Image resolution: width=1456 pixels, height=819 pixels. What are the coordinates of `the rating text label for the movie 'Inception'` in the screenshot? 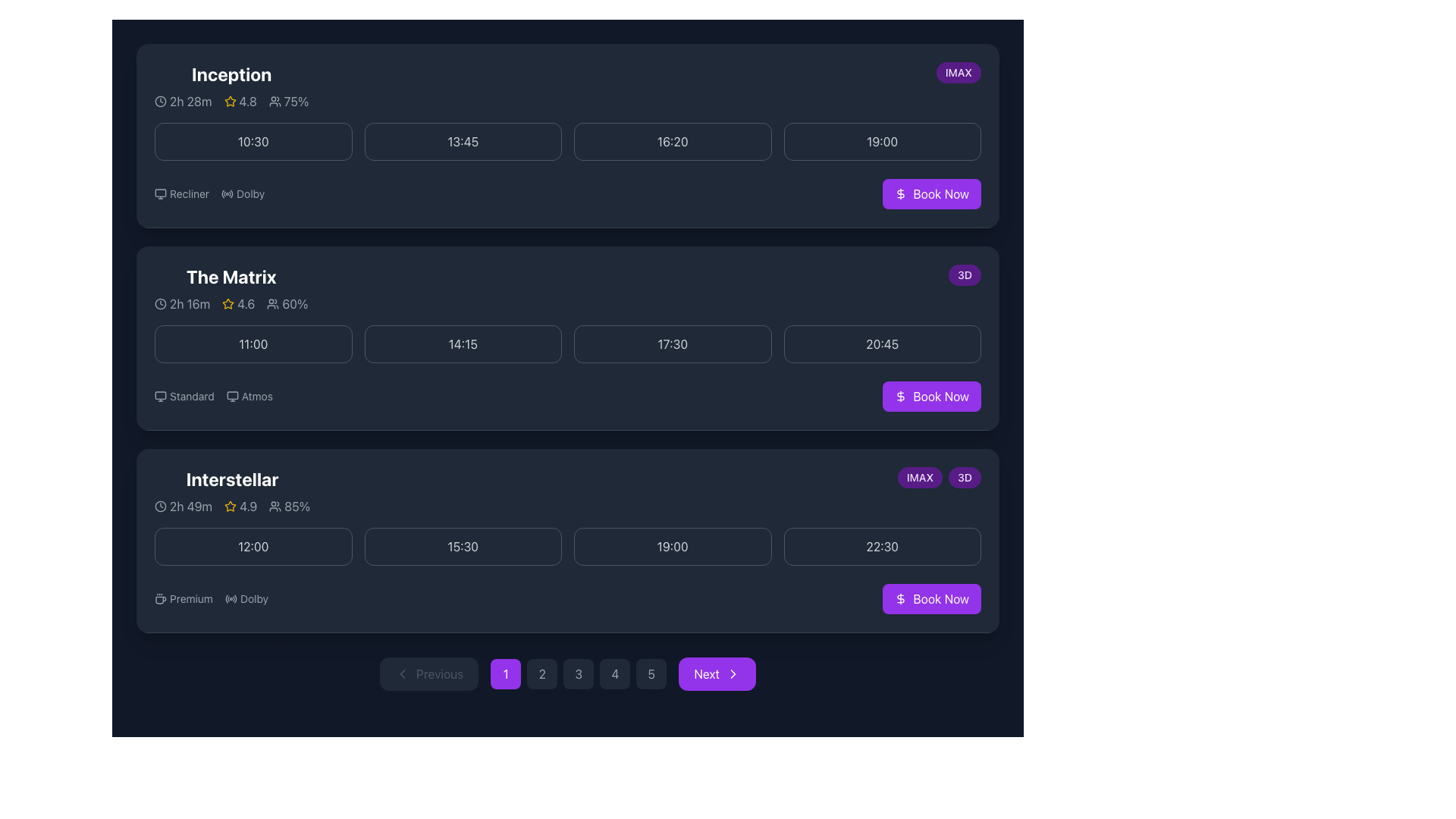 It's located at (240, 102).